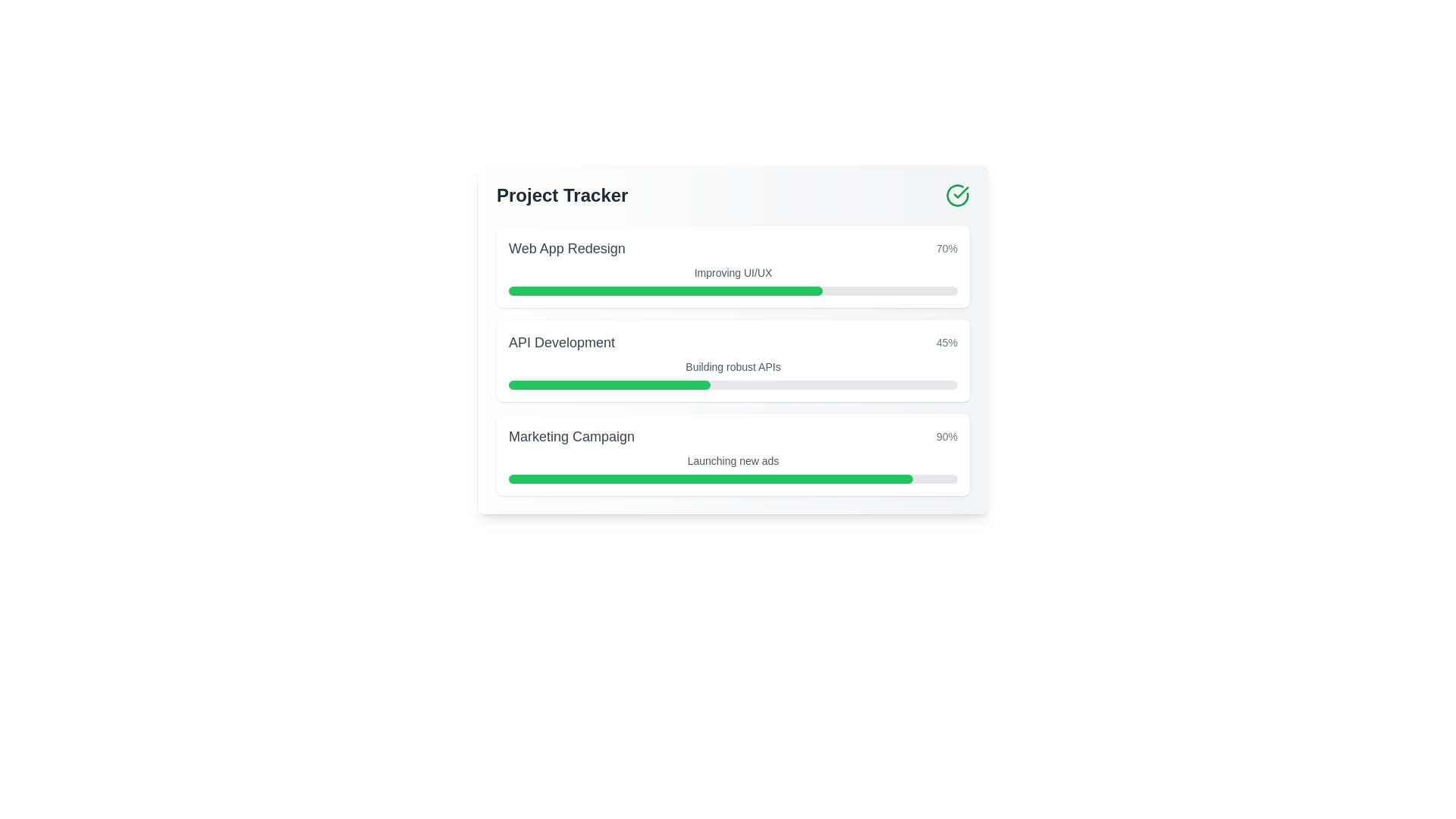 The image size is (1456, 819). Describe the element at coordinates (946, 436) in the screenshot. I see `content displayed in the progress percentage text element located at the right edge of the 'Marketing Campaign' section, adjacent to the larger text 'Marketing Campaign'` at that location.